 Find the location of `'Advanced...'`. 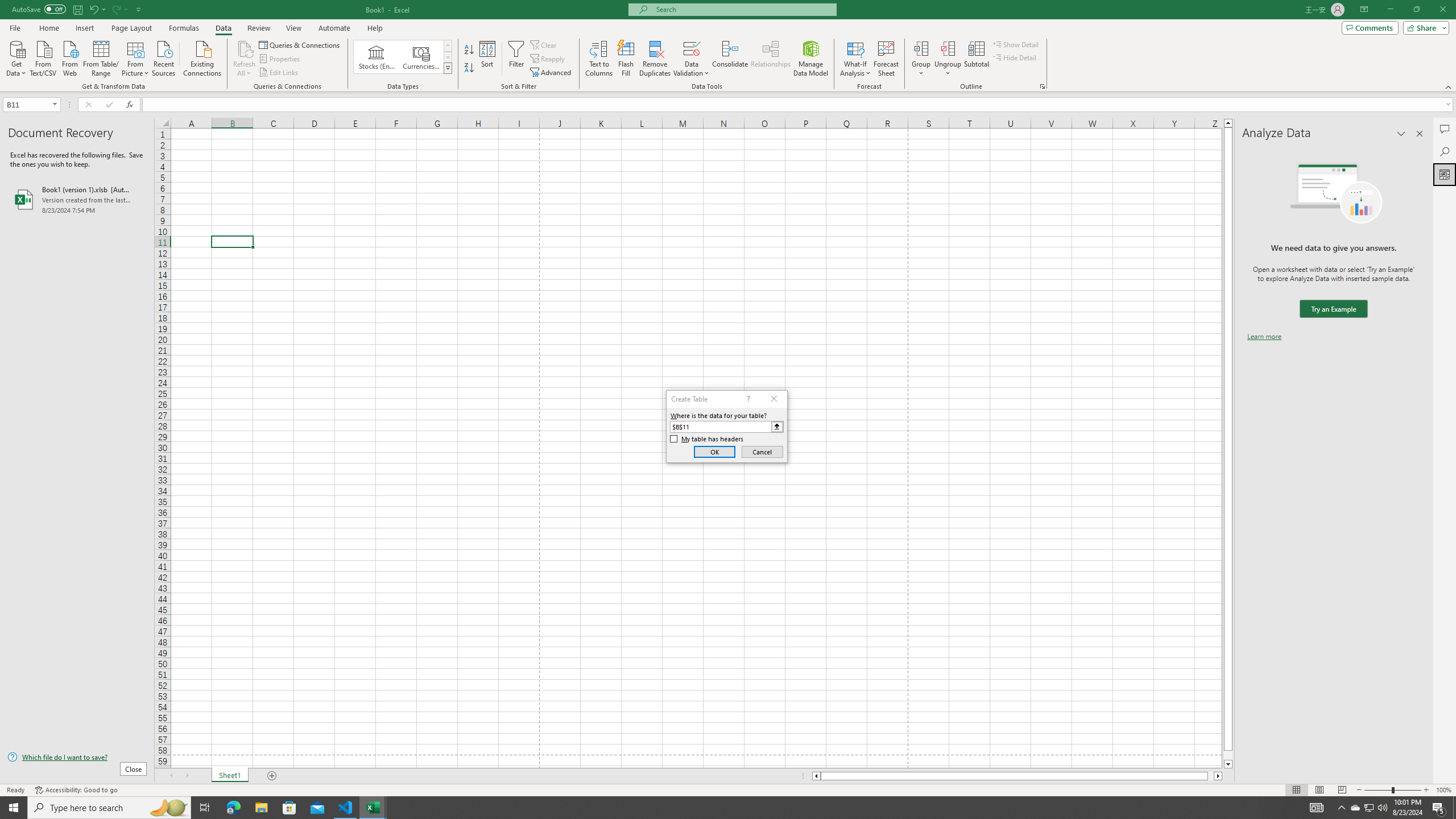

'Advanced...' is located at coordinates (552, 72).